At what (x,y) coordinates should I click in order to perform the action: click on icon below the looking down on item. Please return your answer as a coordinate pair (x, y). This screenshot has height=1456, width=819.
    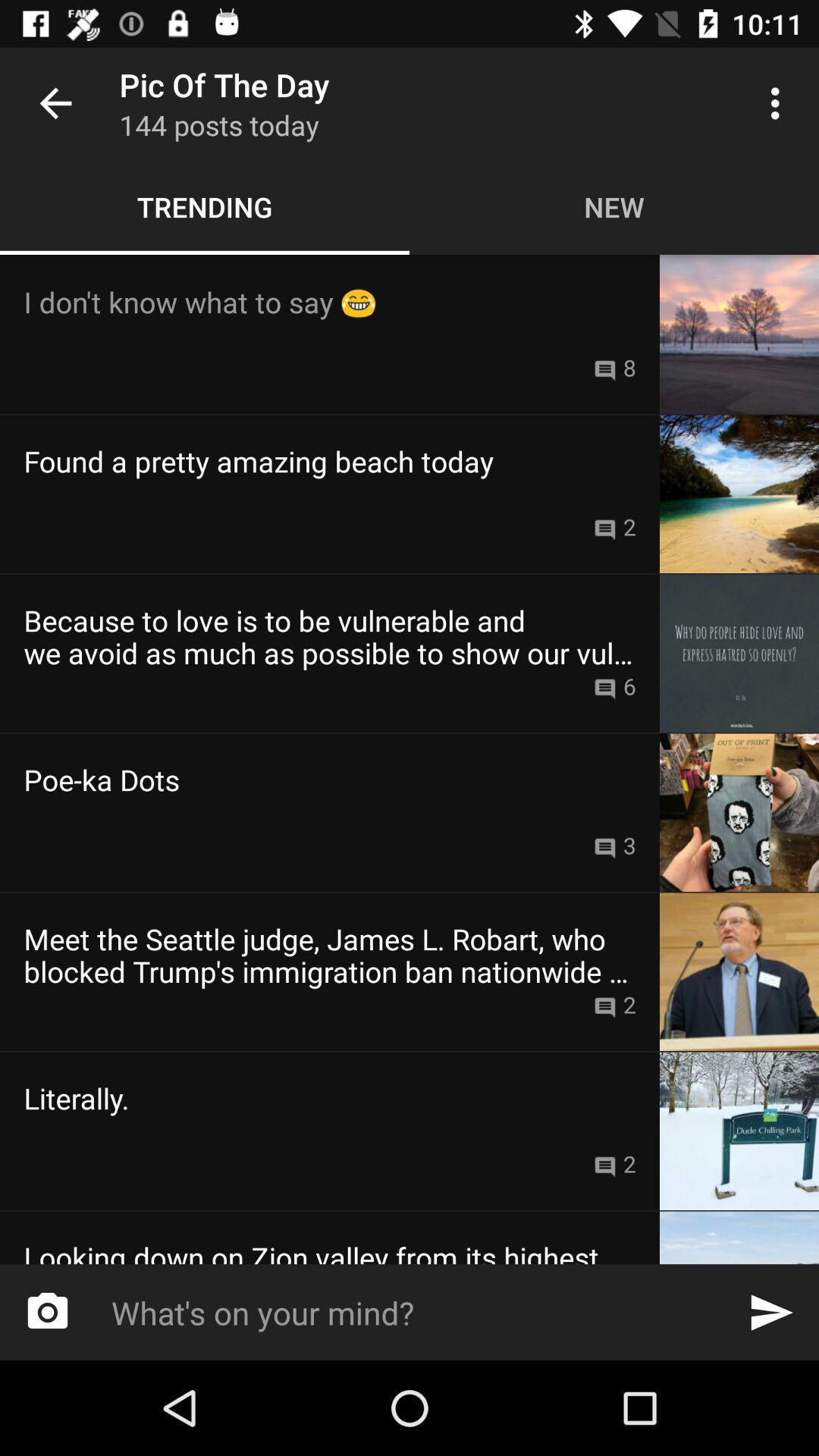
    Looking at the image, I should click on (403, 1312).